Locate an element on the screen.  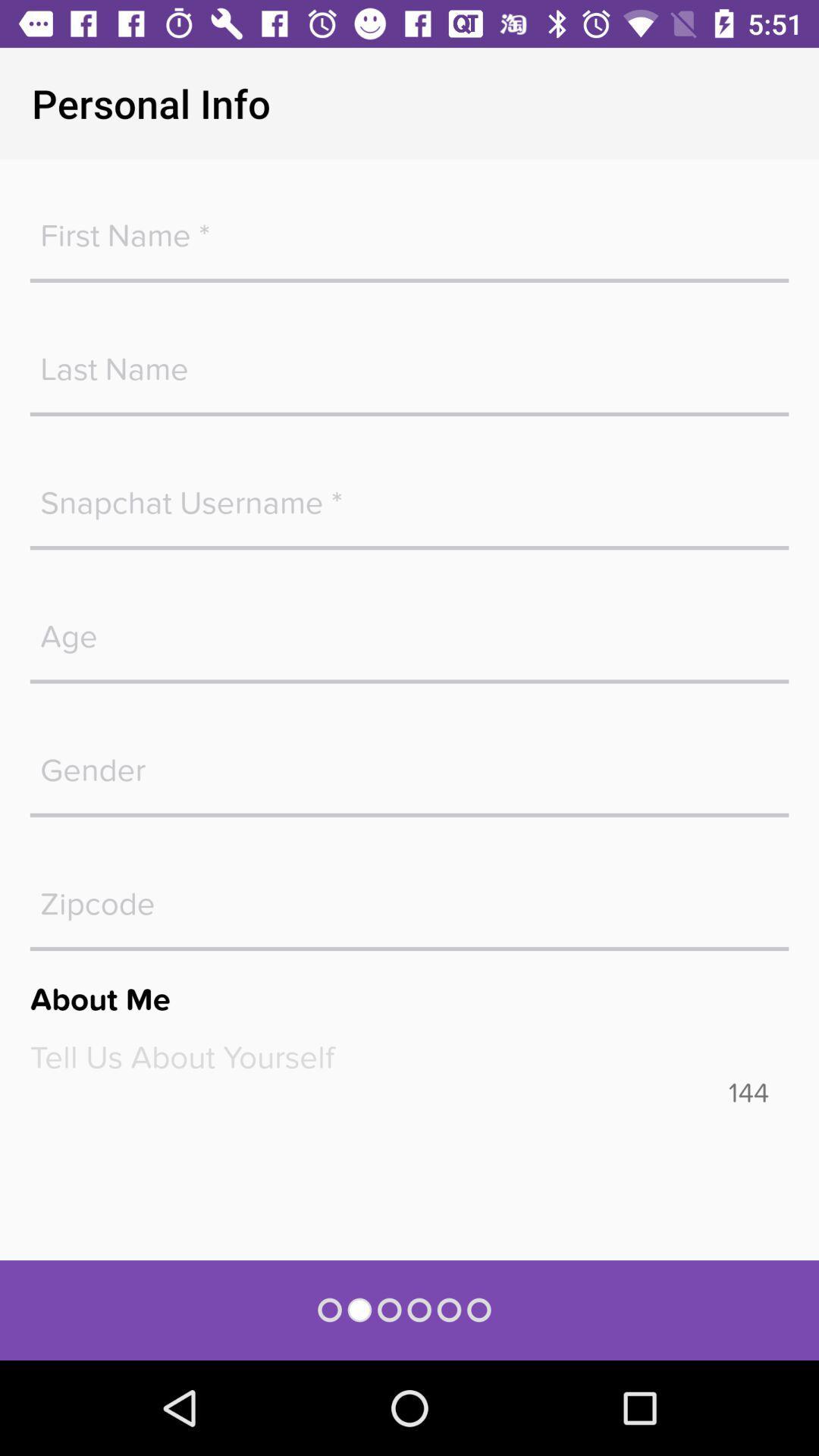
your age is located at coordinates (409, 629).